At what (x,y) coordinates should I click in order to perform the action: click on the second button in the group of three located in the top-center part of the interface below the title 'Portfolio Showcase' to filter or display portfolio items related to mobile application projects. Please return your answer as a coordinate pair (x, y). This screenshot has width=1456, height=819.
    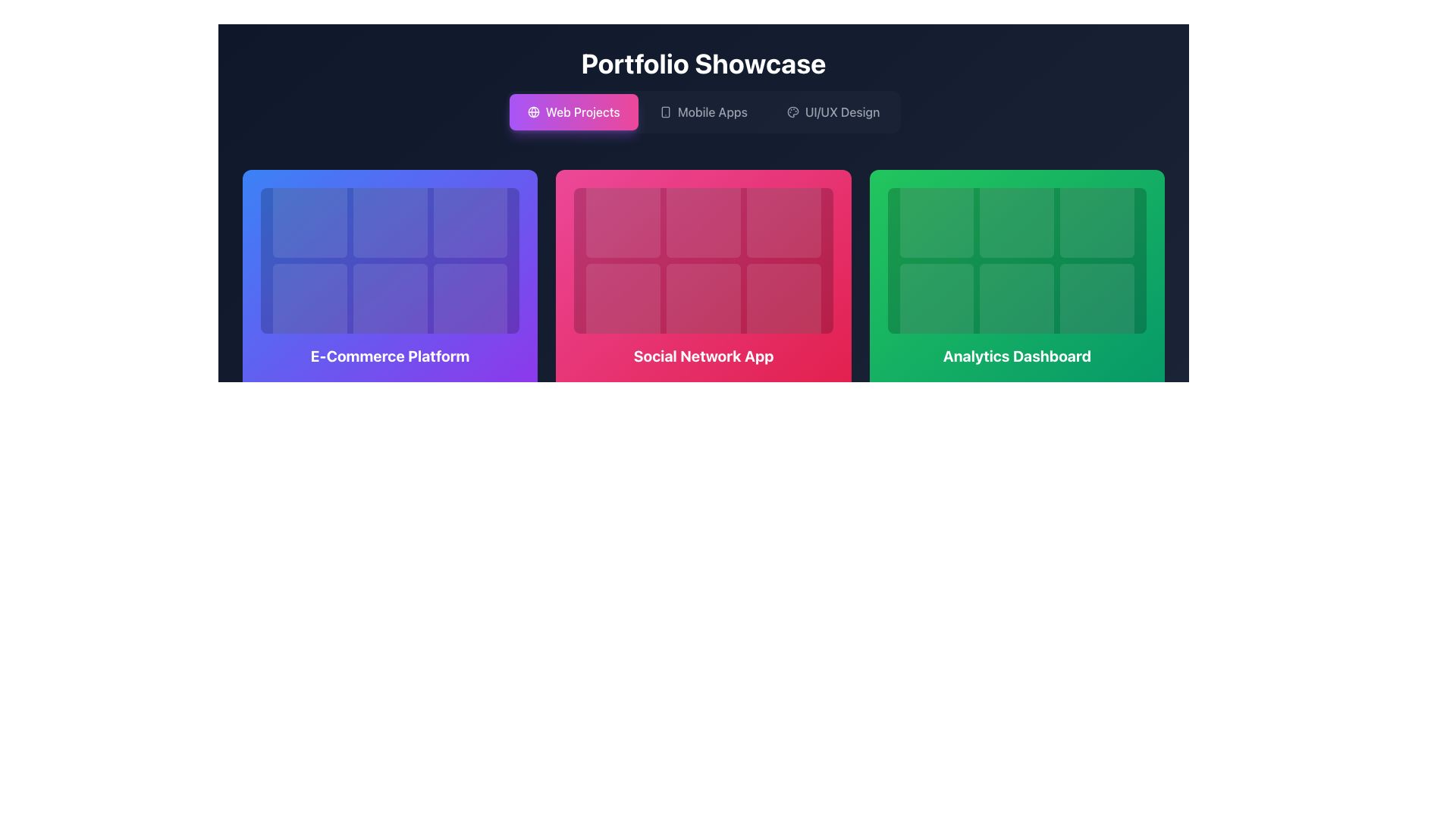
    Looking at the image, I should click on (702, 111).